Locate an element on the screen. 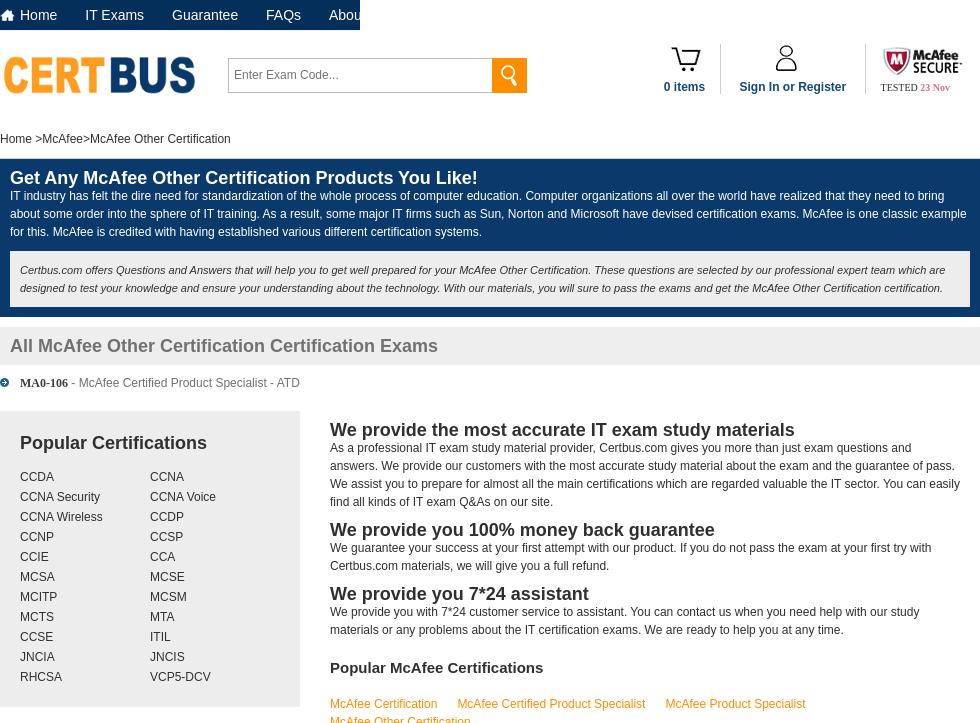 The image size is (980, 723). '23 Nov' is located at coordinates (935, 86).